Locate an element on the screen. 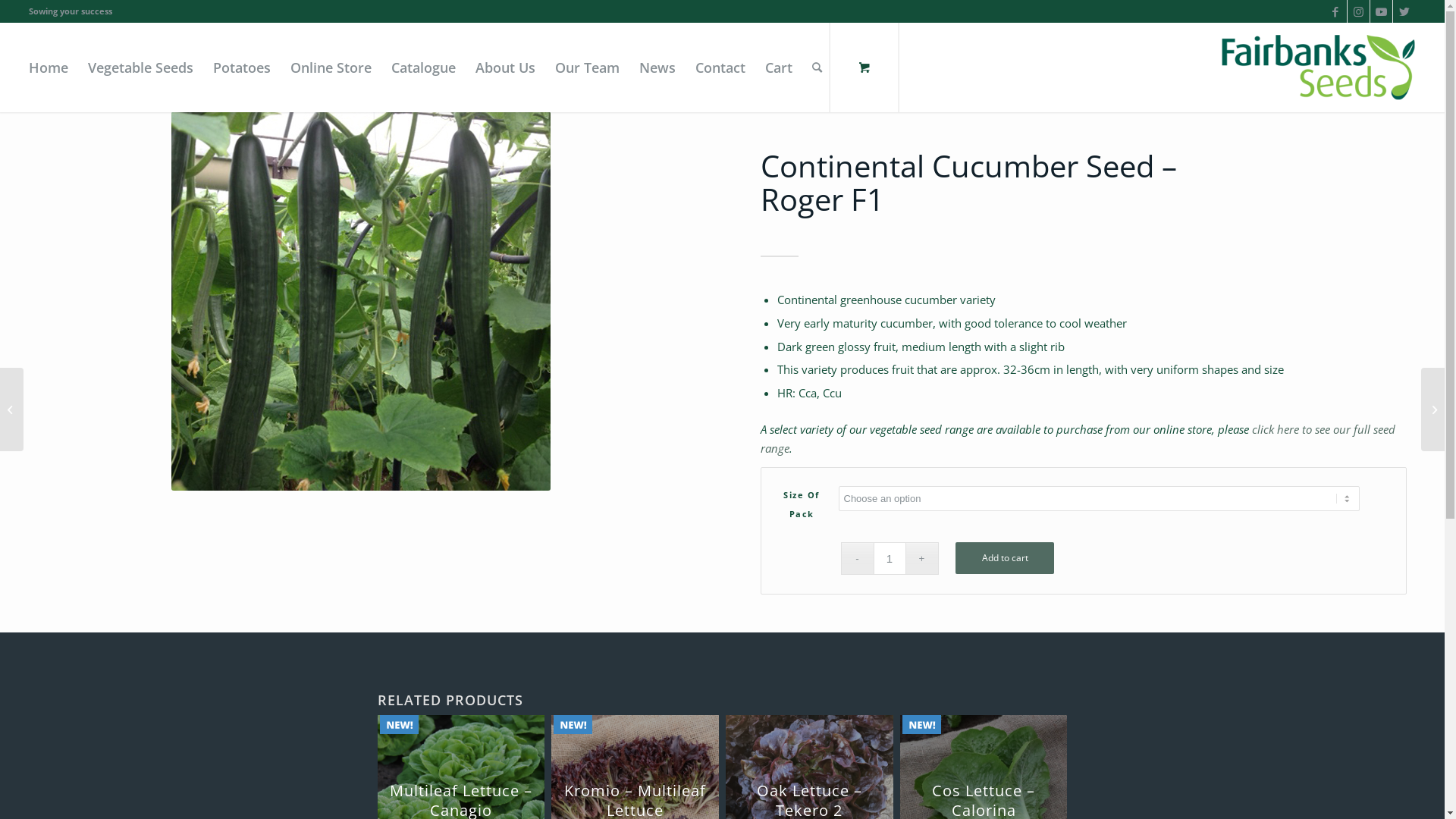 Image resolution: width=1456 pixels, height=819 pixels. 'Roger1' is located at coordinates (359, 301).